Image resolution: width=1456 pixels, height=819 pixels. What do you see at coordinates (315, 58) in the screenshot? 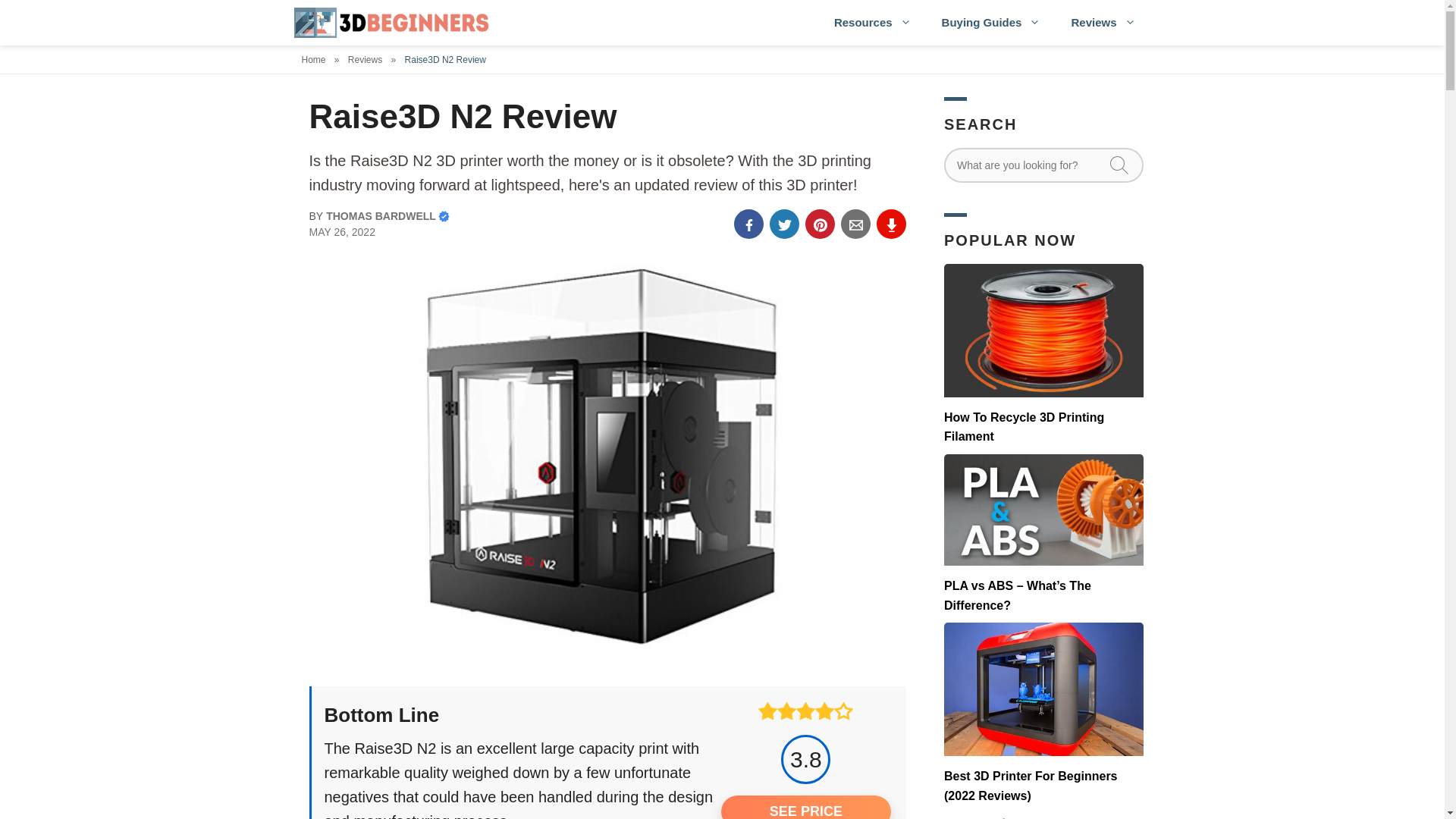
I see `'Home'` at bounding box center [315, 58].